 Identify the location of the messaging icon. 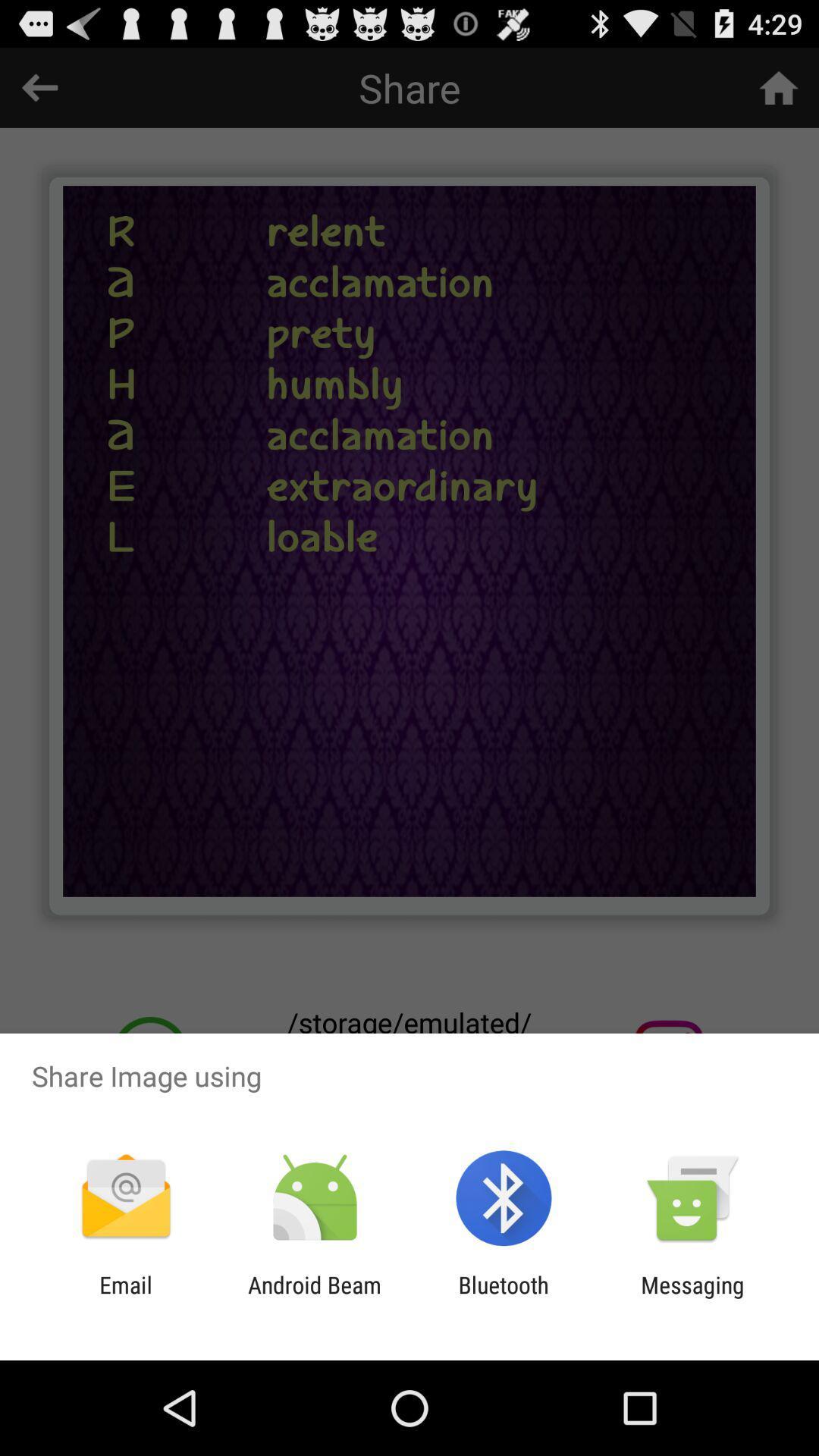
(692, 1298).